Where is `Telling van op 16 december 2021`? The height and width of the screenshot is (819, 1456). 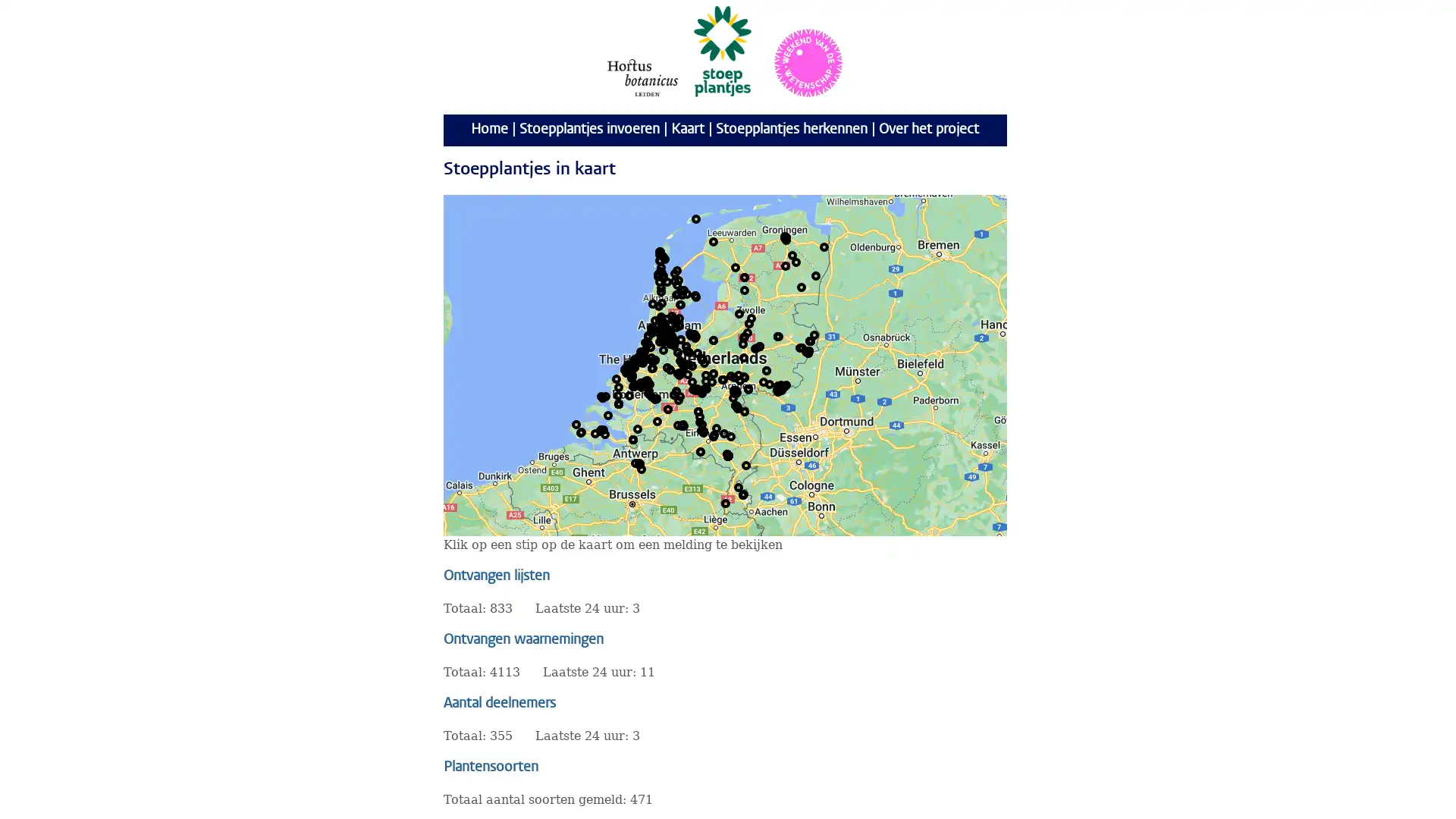
Telling van op 16 december 2021 is located at coordinates (648, 343).